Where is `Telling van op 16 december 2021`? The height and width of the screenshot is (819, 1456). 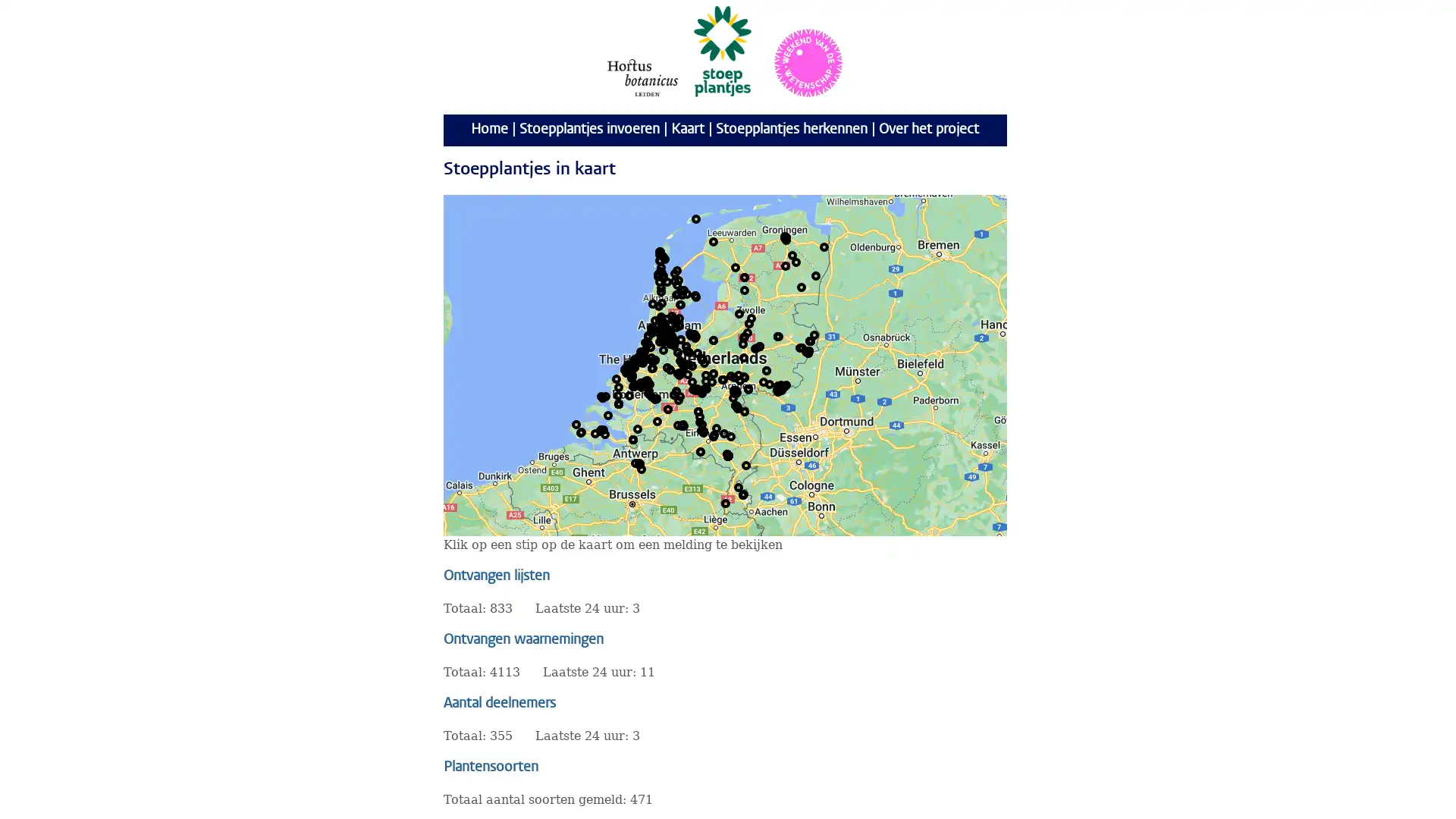
Telling van op 16 december 2021 is located at coordinates (648, 343).